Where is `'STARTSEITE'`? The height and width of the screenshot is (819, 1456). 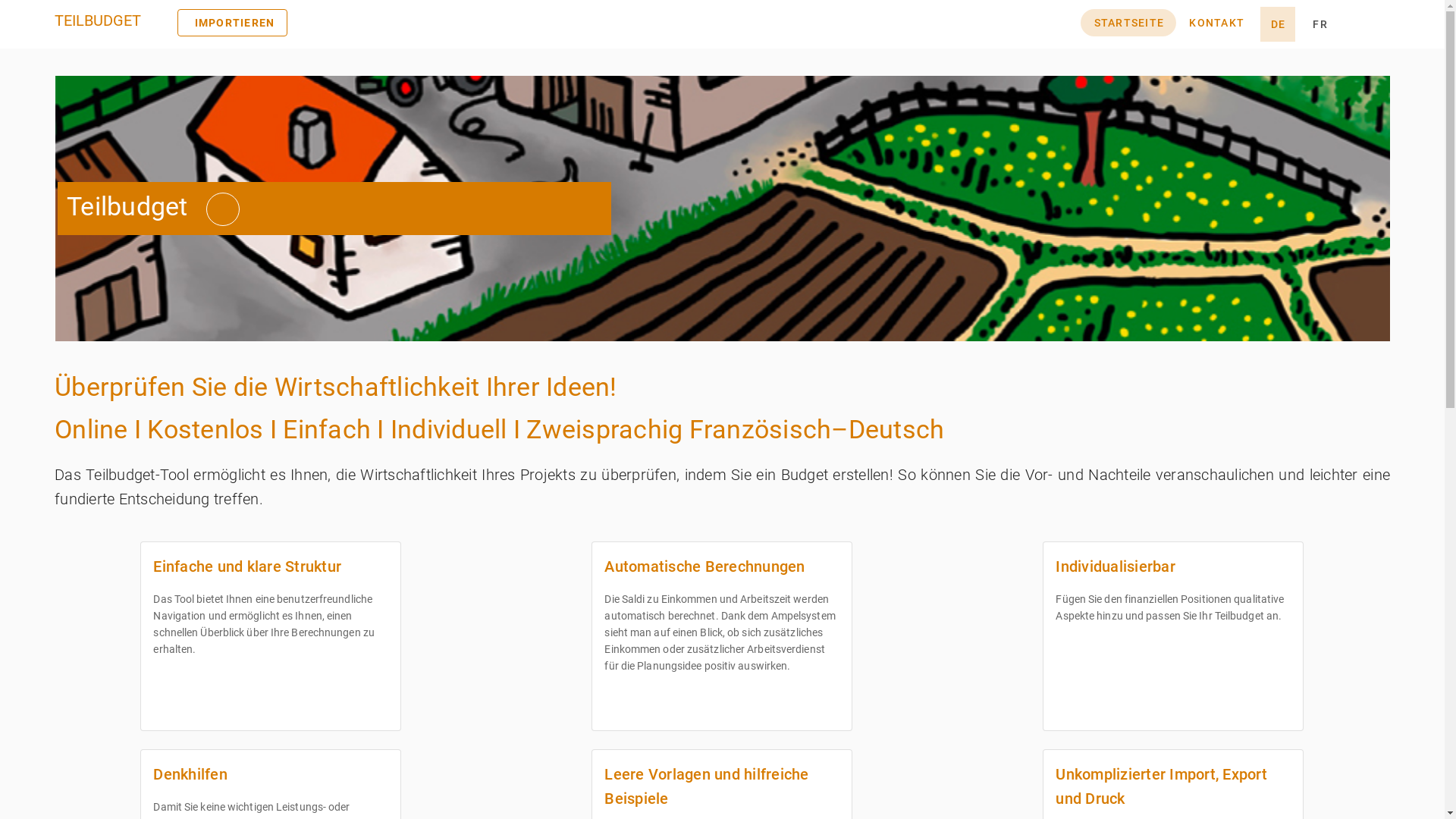 'STARTSEITE' is located at coordinates (1128, 23).